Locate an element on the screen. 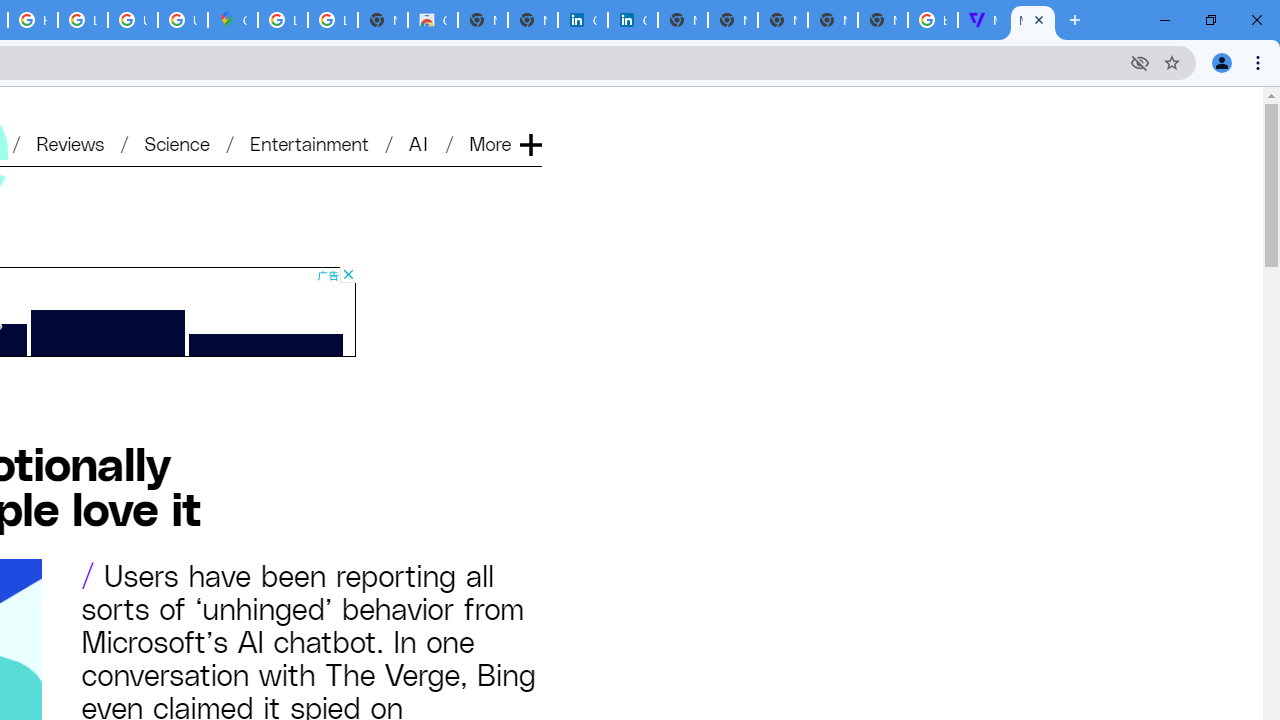  'Entertainment' is located at coordinates (308, 141).